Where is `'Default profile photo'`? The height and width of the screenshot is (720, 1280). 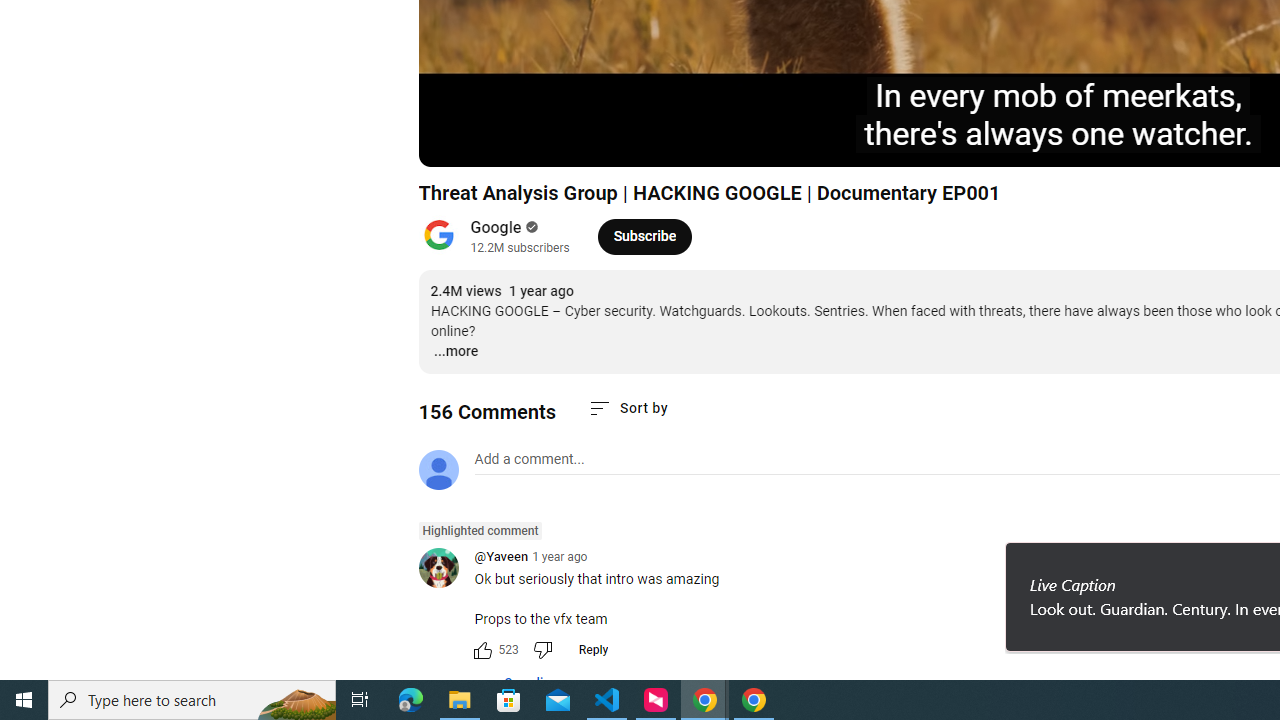
'Default profile photo' is located at coordinates (438, 470).